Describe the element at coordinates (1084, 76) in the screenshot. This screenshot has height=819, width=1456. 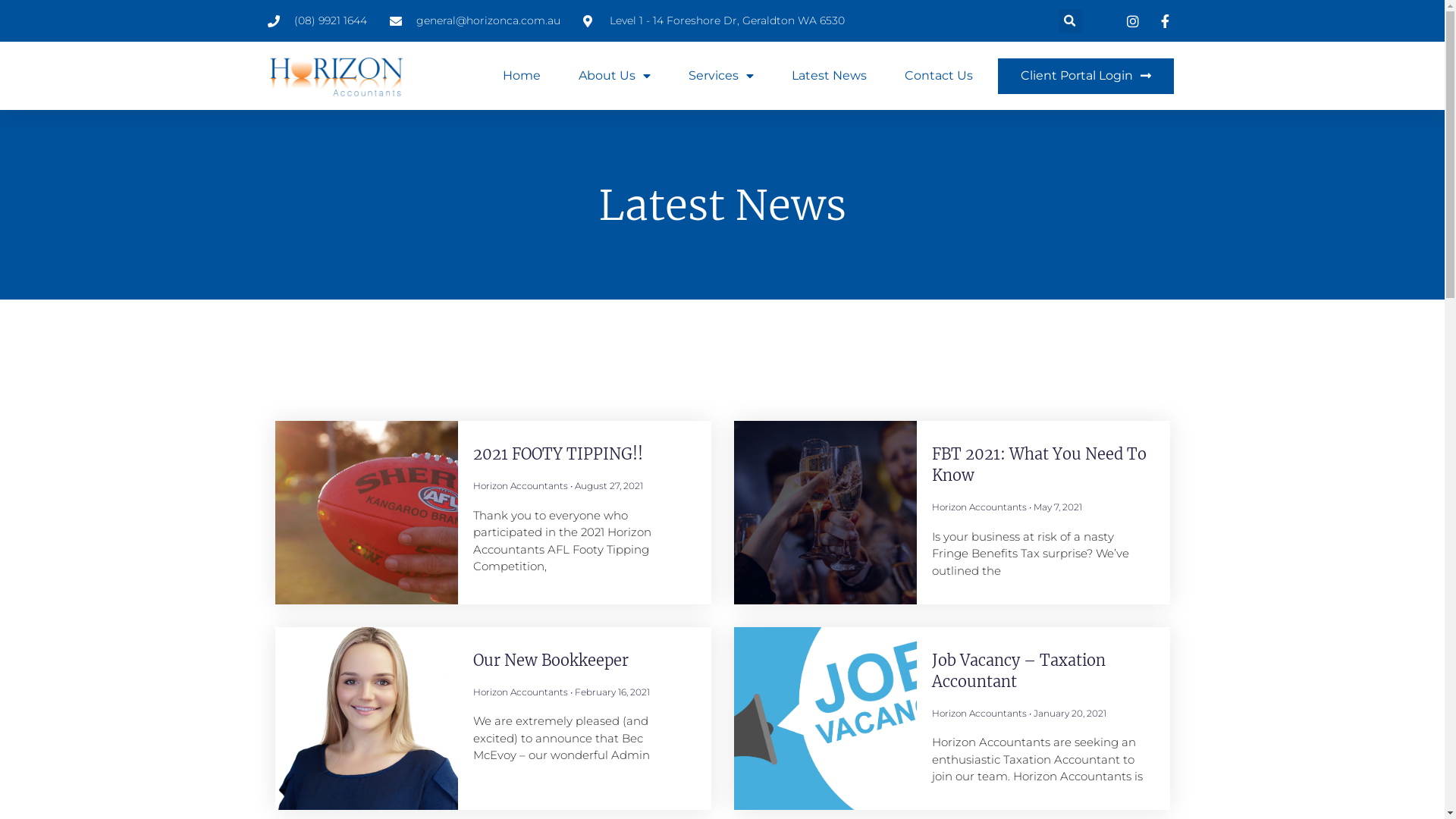
I see `'Client Portal Login'` at that location.